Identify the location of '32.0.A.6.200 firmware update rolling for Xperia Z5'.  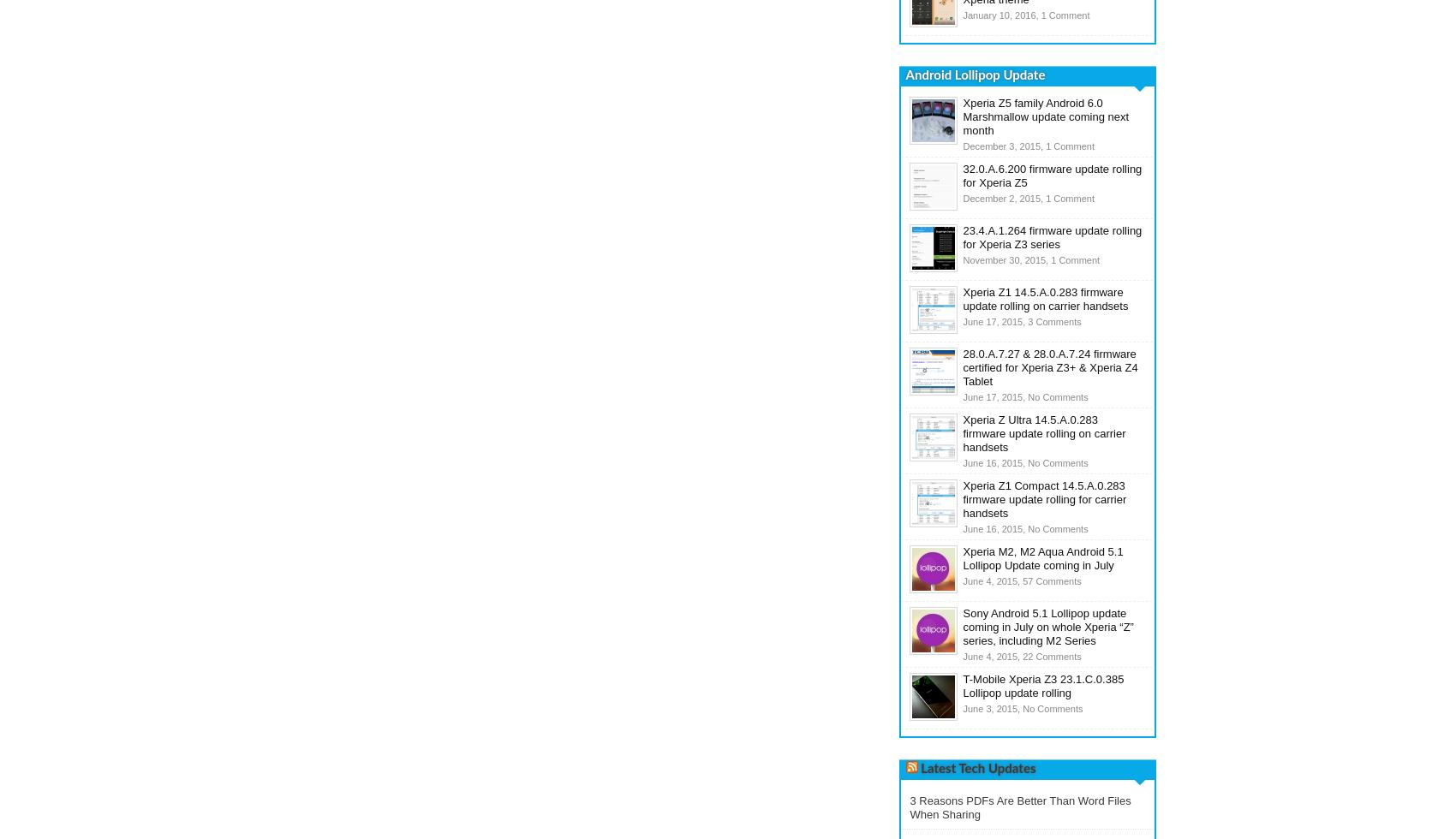
(1051, 176).